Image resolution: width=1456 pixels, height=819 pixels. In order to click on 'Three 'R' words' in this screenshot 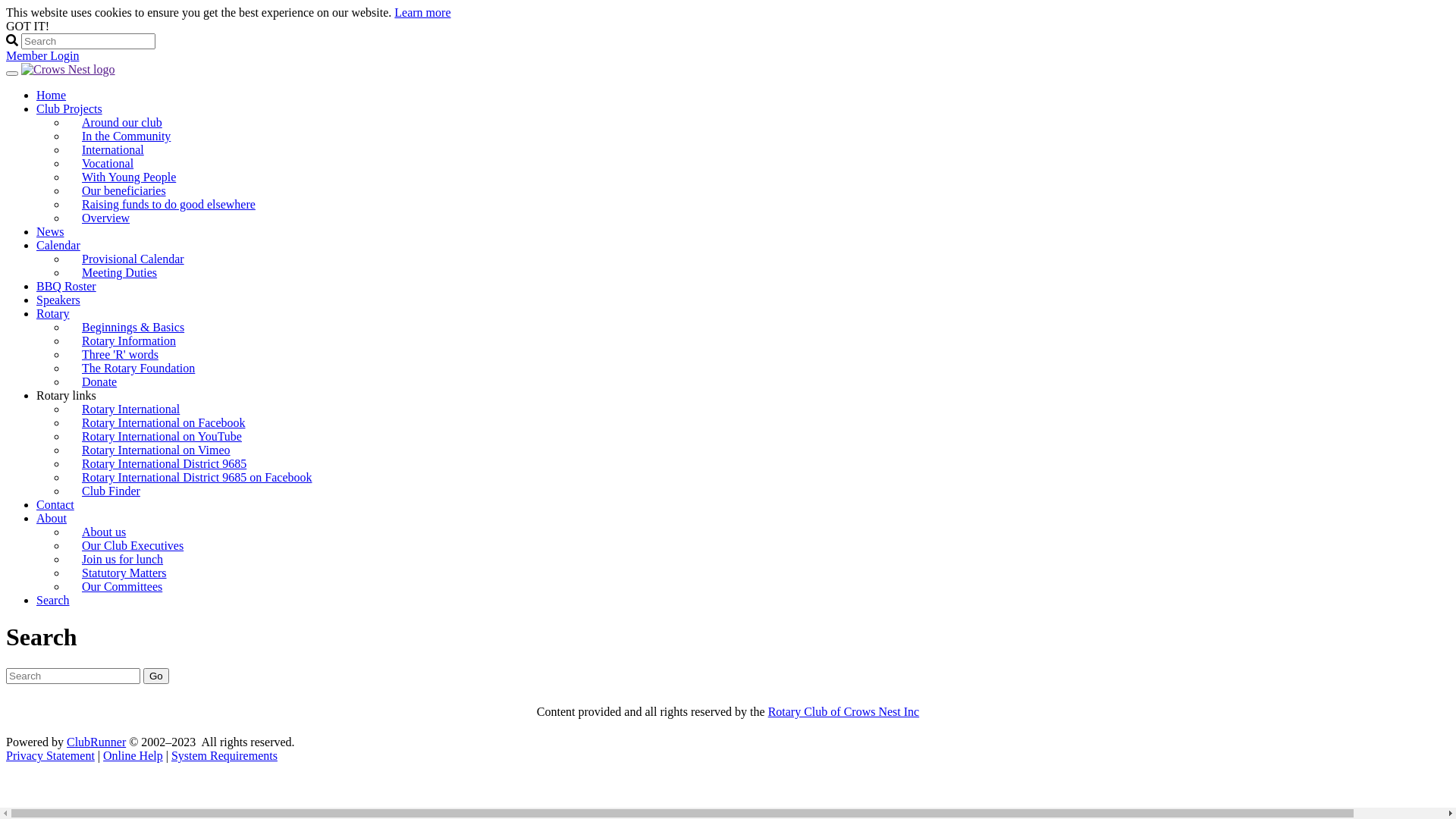, I will do `click(119, 354)`.